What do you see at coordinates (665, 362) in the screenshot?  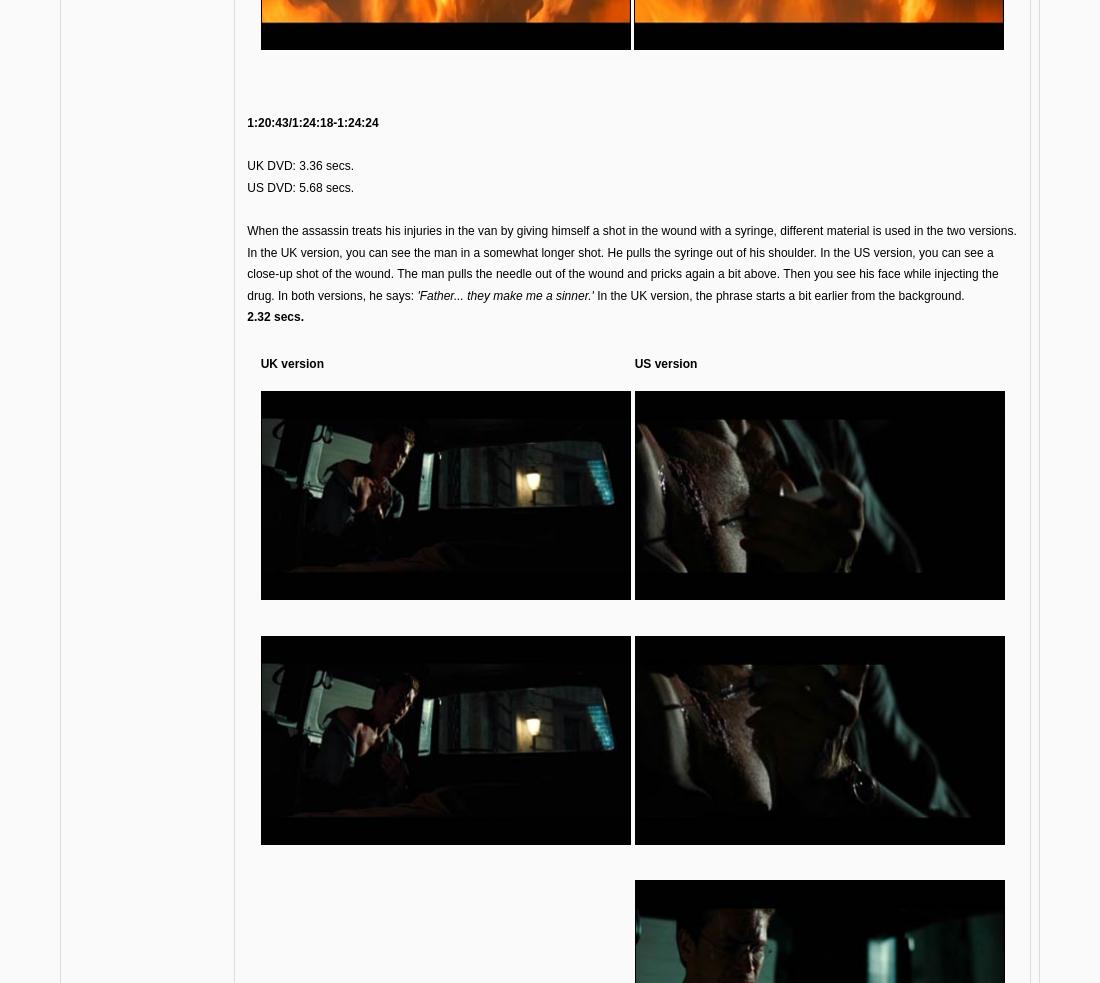 I see `'US version'` at bounding box center [665, 362].